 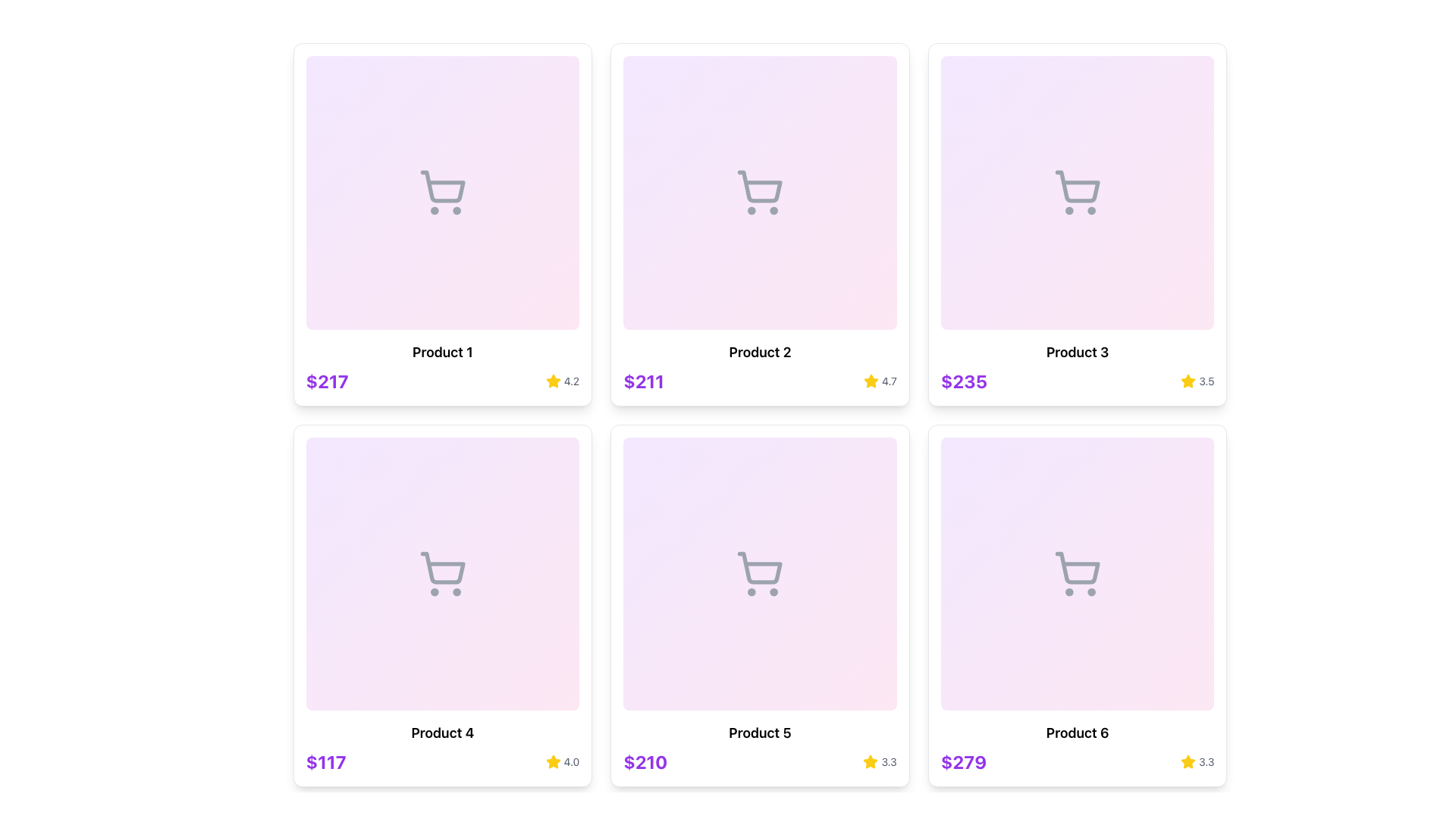 What do you see at coordinates (1077, 573) in the screenshot?
I see `the shopping cart icon located in the card labeled 'Product 6' with a price of '$279', positioned in the bottom-right of a 2-row, 3-column grid layout` at bounding box center [1077, 573].